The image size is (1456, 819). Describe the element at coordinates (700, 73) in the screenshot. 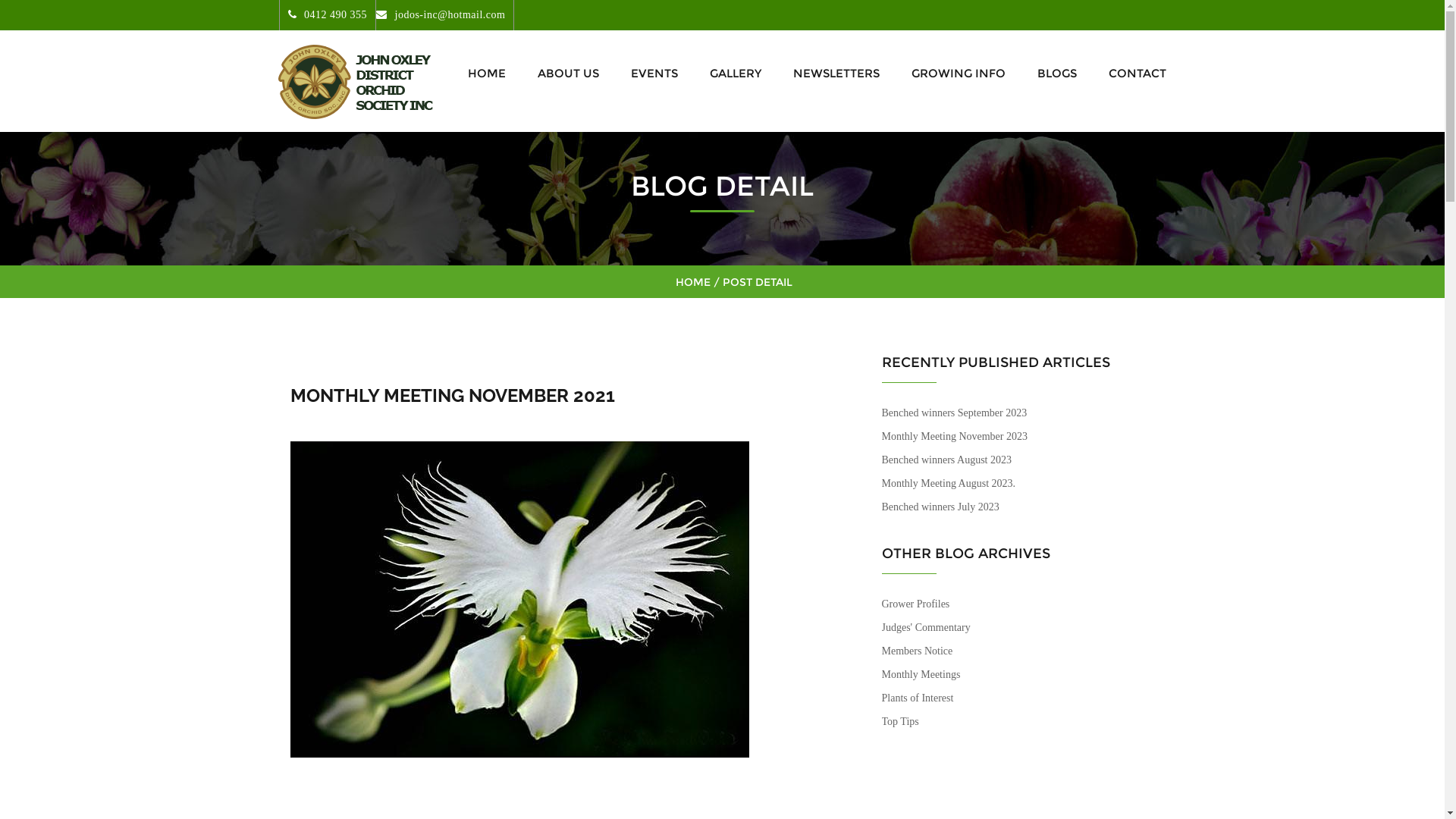

I see `'GALLERY'` at that location.